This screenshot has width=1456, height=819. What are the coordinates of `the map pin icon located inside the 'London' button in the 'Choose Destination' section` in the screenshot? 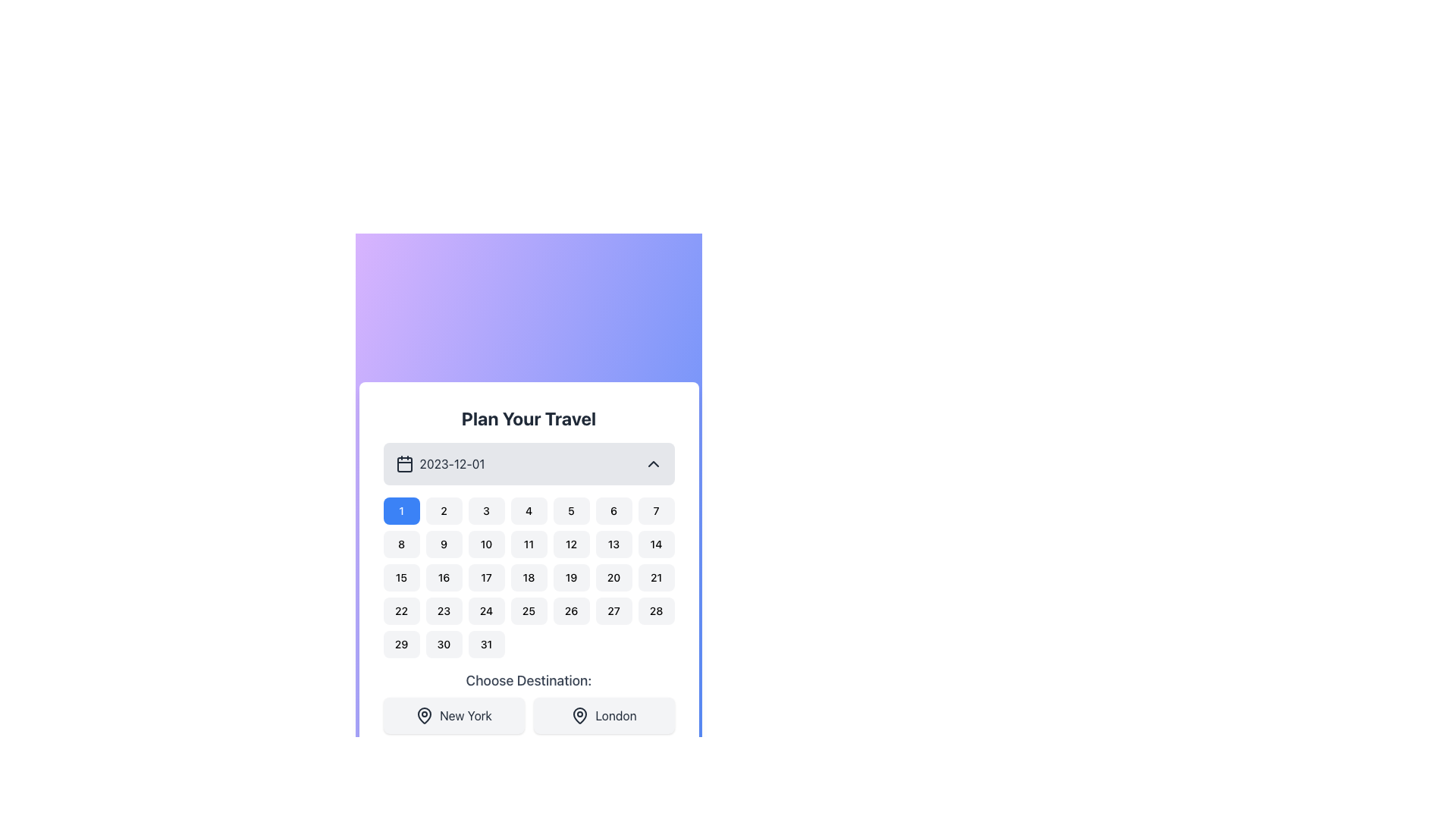 It's located at (579, 716).